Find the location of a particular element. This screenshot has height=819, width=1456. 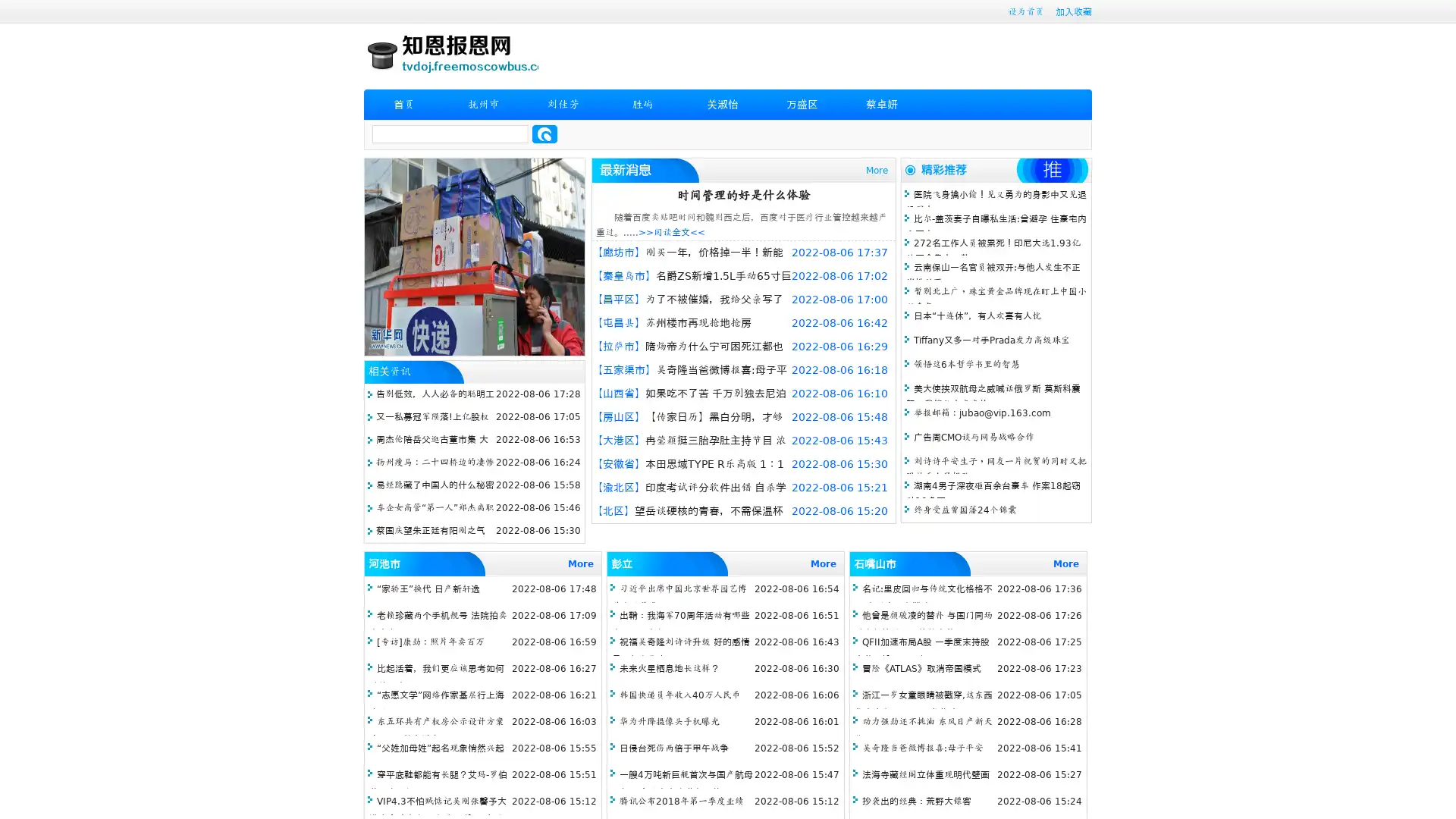

Search is located at coordinates (544, 133).